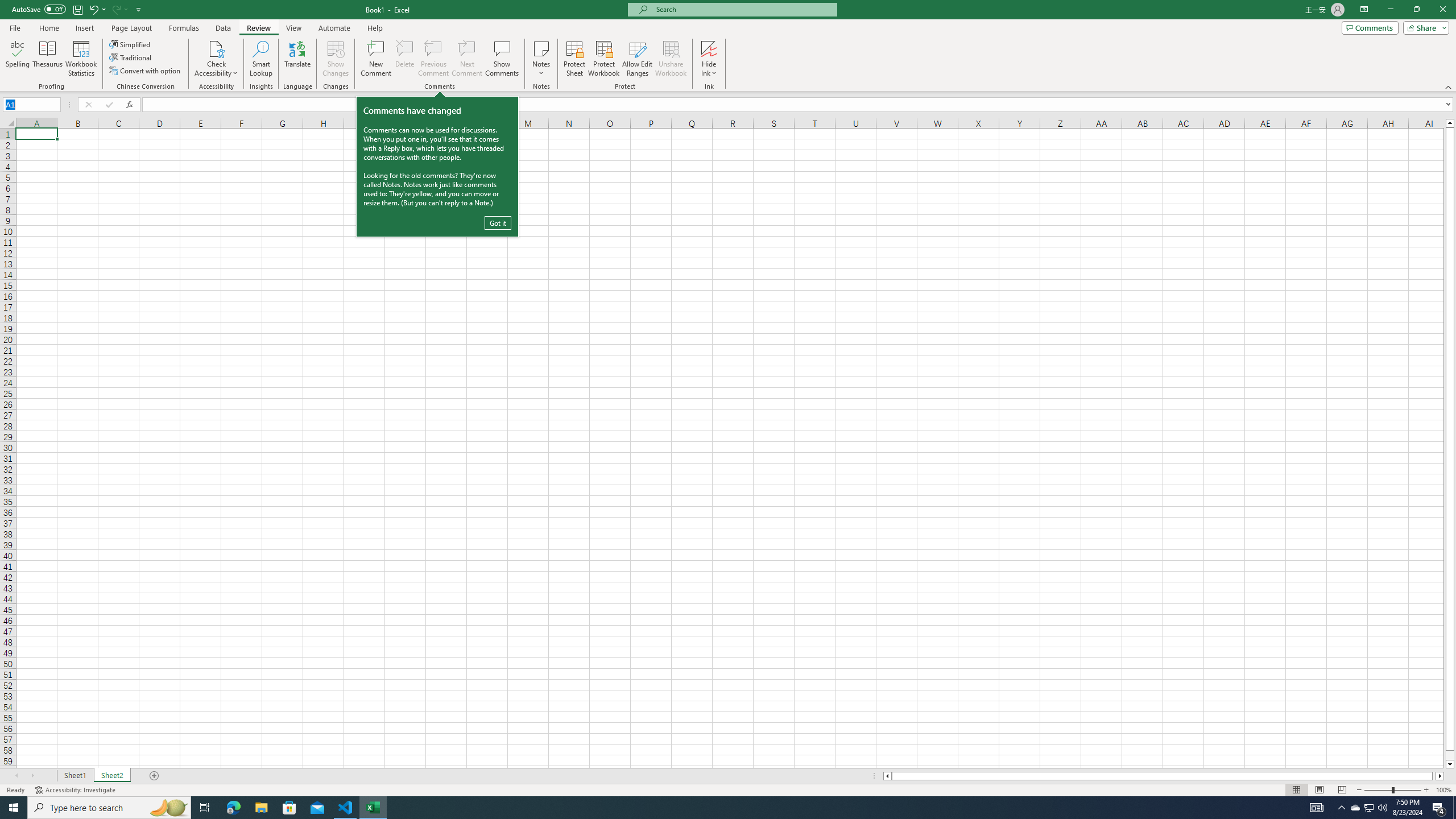  I want to click on 'Sheet2', so click(111, 775).